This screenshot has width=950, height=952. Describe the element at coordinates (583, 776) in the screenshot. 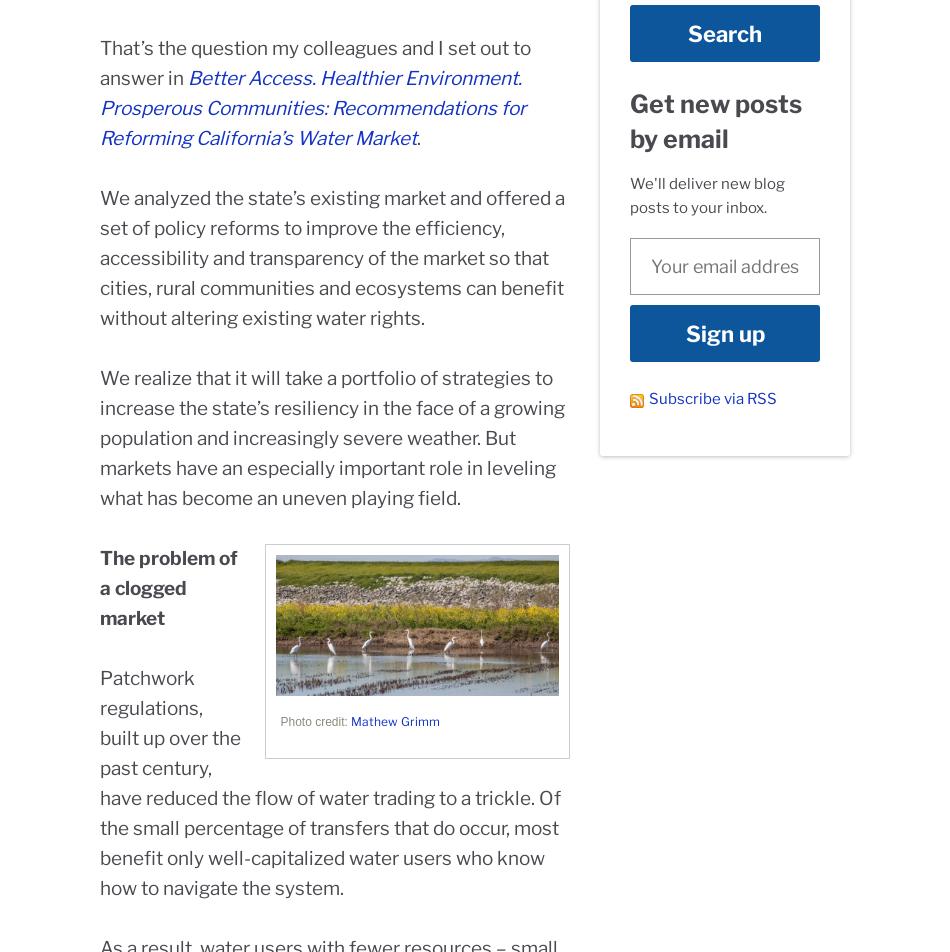

I see `'Reports and publications'` at that location.